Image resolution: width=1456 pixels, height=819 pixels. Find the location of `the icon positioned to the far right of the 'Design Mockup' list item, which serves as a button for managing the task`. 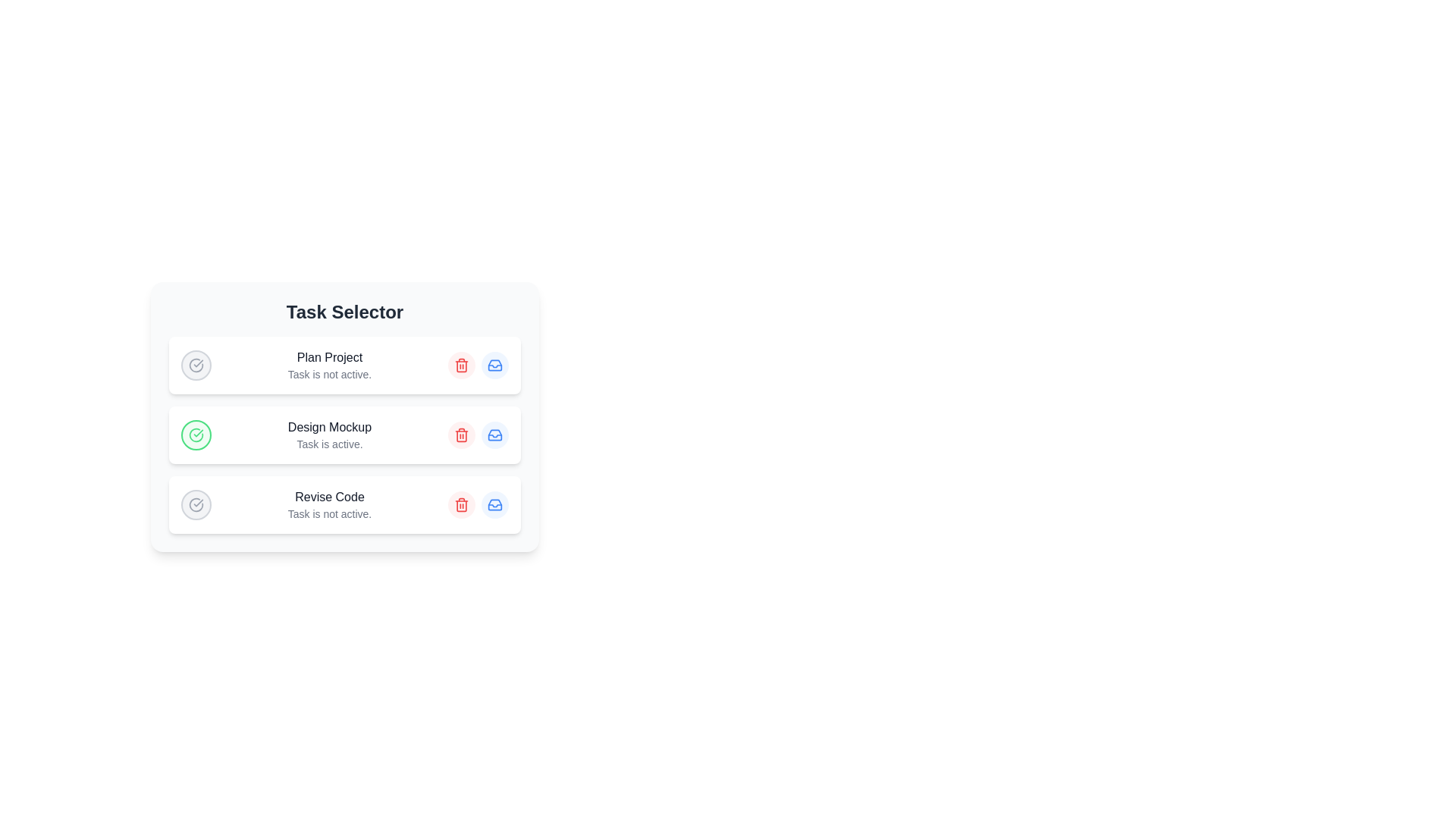

the icon positioned to the far right of the 'Design Mockup' list item, which serves as a button for managing the task is located at coordinates (494, 435).